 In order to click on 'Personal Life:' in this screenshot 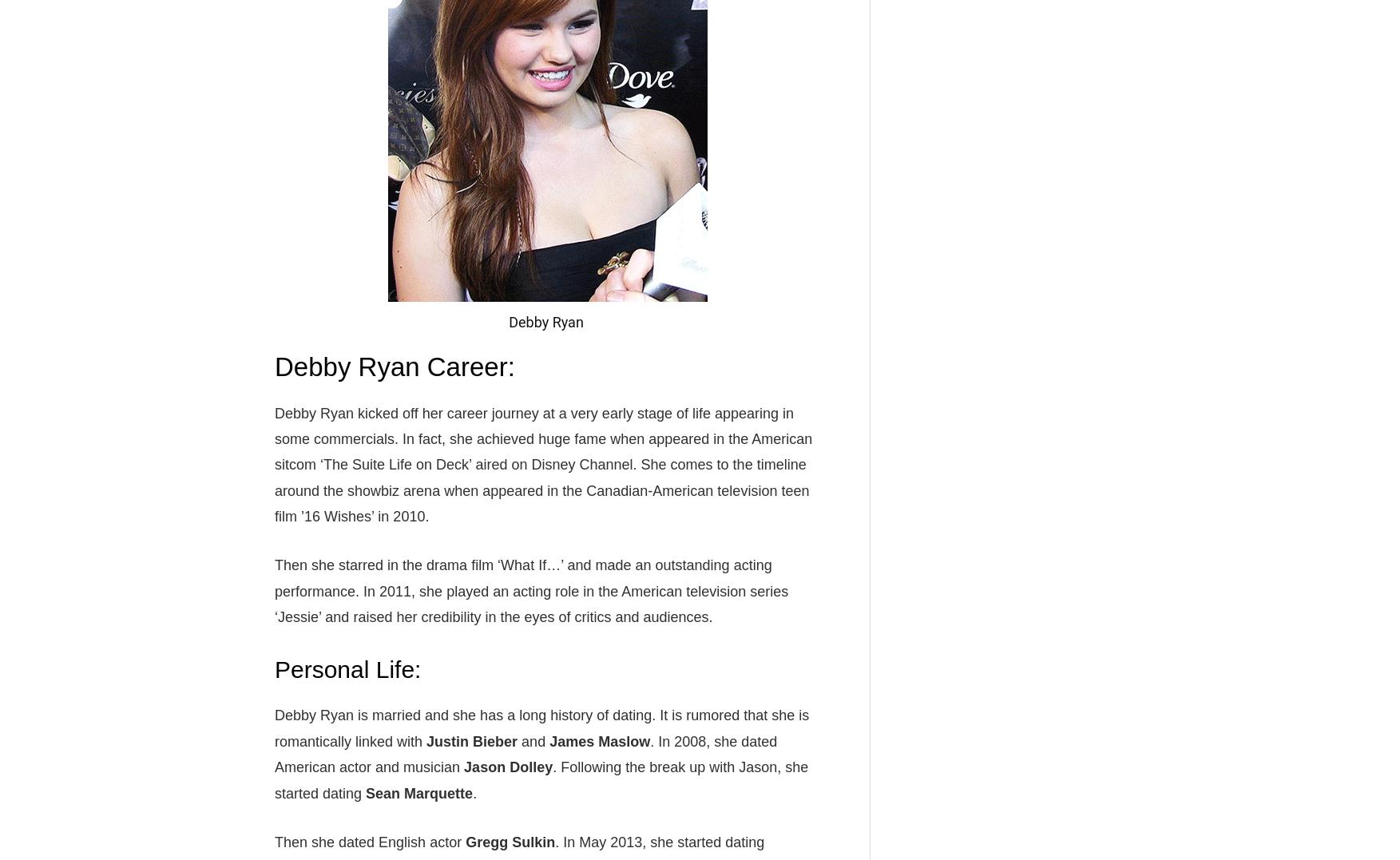, I will do `click(347, 668)`.